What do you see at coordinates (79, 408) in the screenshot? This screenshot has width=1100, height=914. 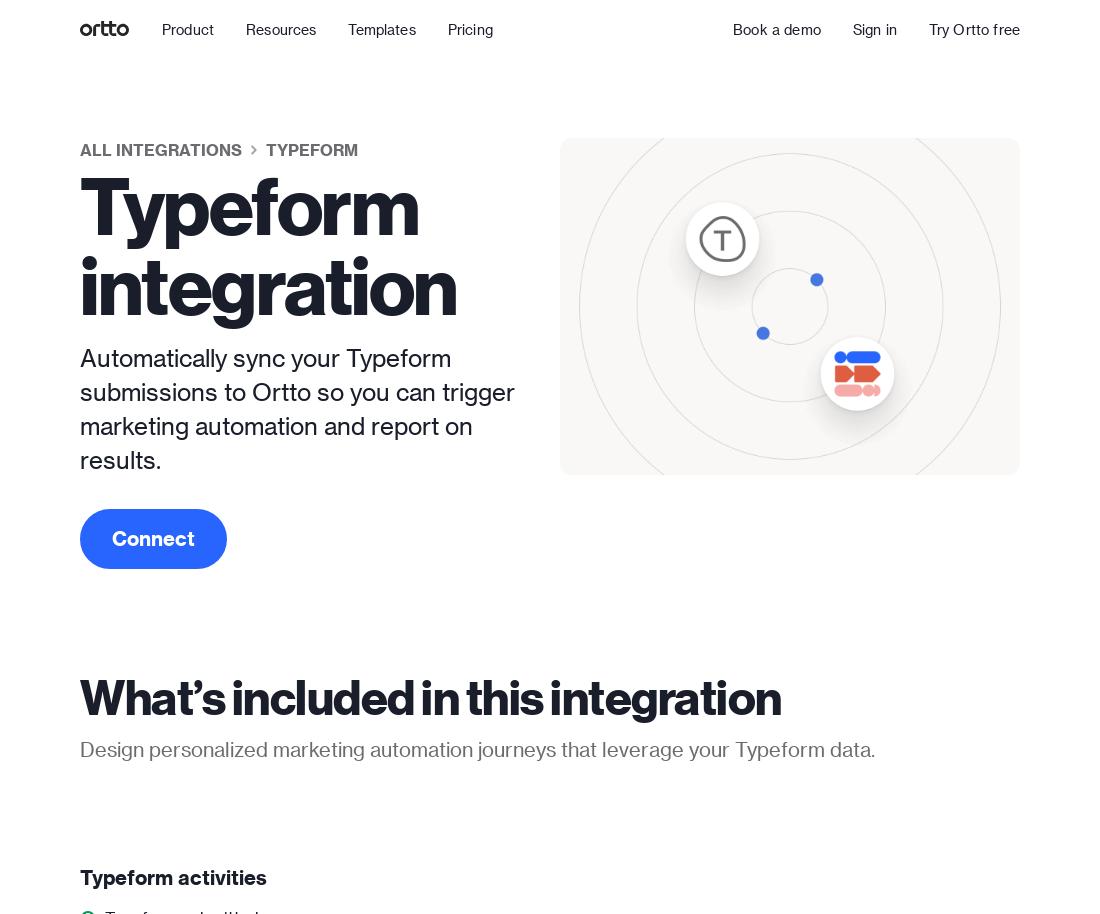 I see `'Automatically sync your Typeform submissions to Ortto so you can trigger marketing automation and report on results.'` at bounding box center [79, 408].